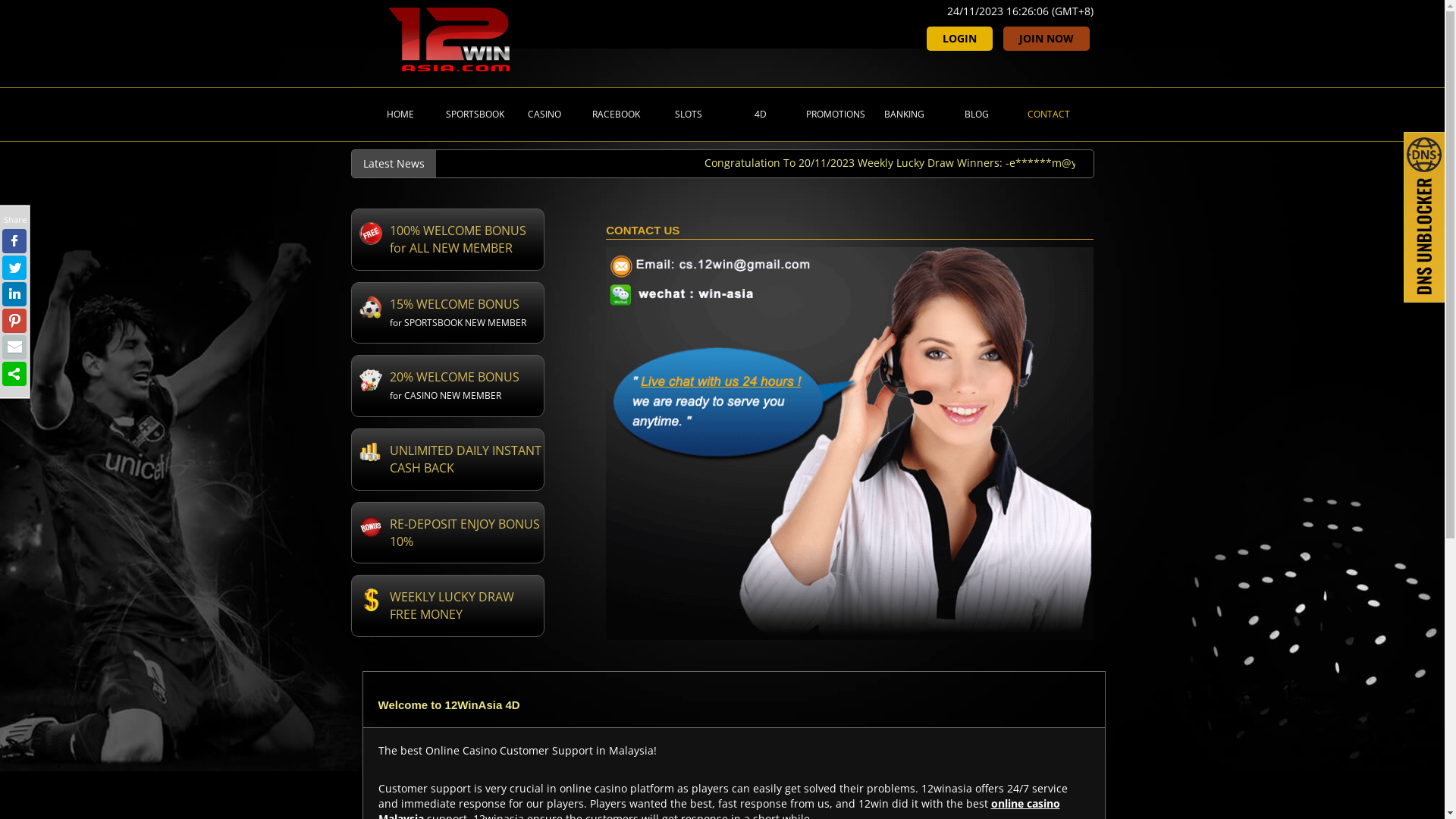 The width and height of the screenshot is (1456, 819). Describe the element at coordinates (902, 113) in the screenshot. I see `'BANKING'` at that location.